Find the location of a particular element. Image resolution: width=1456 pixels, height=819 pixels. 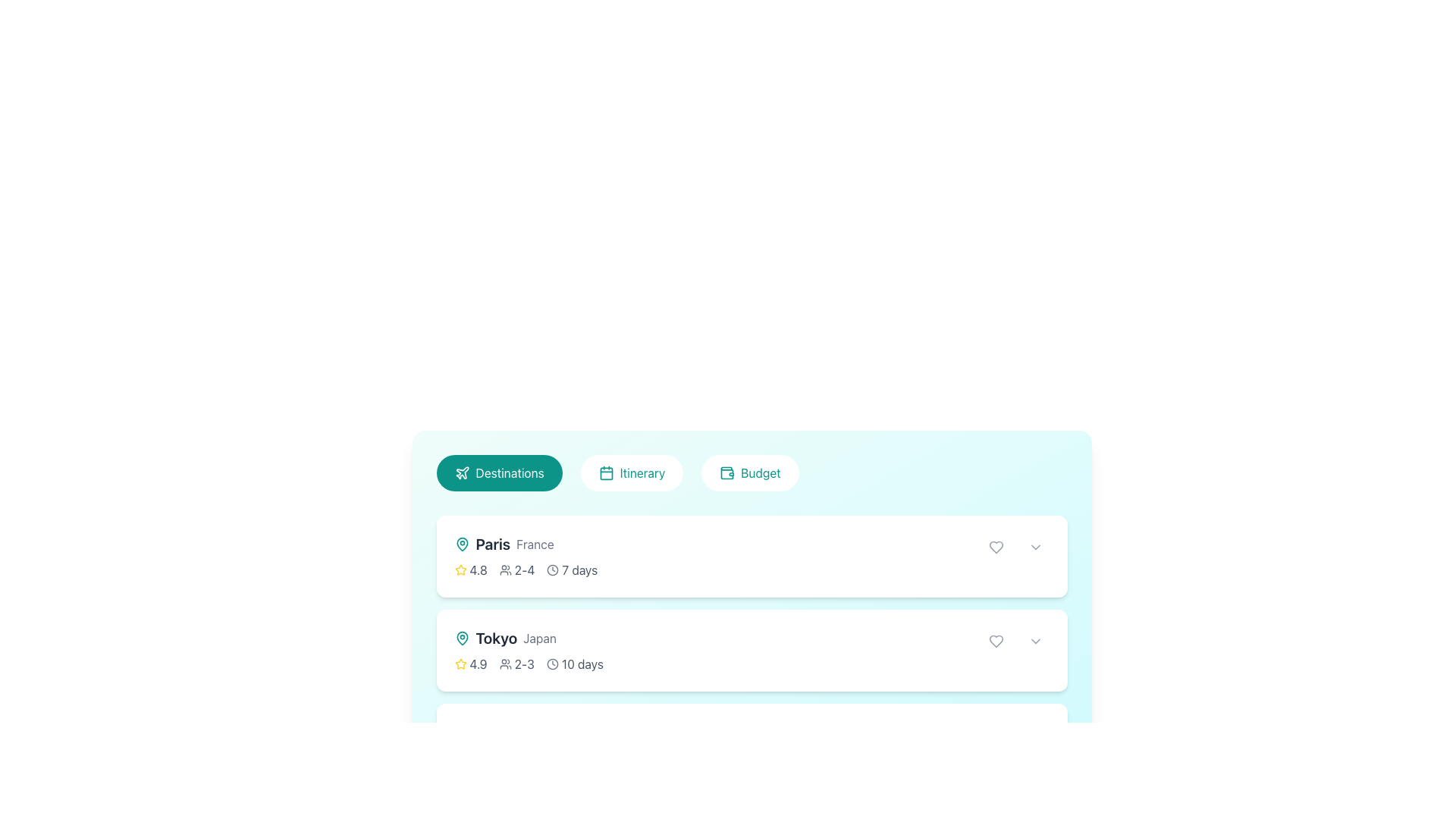

the graphical icon that symbolizes travel, located within the 'Destinations' tab in the navigation bar is located at coordinates (461, 472).